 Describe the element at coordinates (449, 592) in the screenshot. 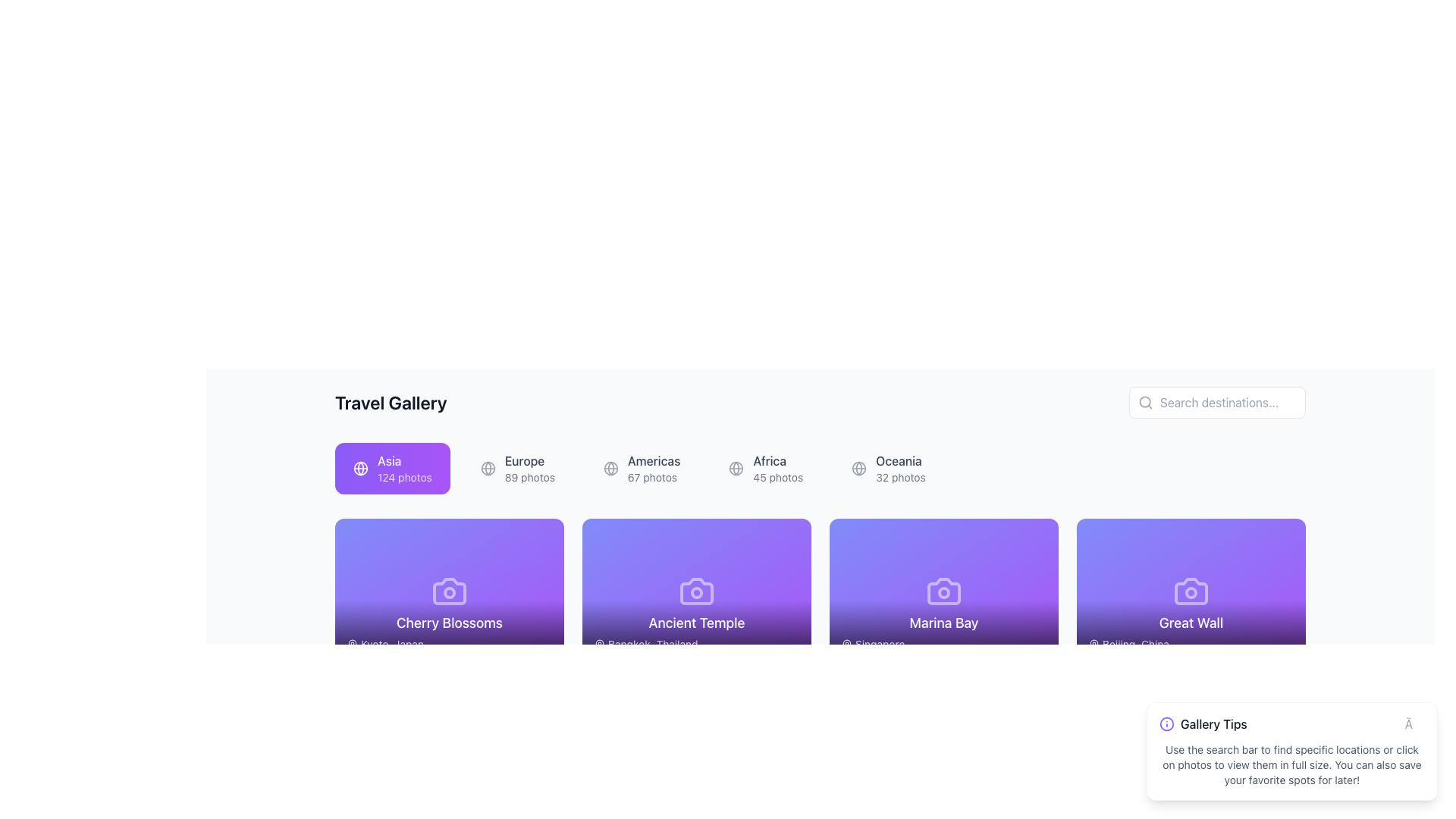

I see `the circular design element at the center of the camera icon within the 'Cherry Blossoms' card` at that location.